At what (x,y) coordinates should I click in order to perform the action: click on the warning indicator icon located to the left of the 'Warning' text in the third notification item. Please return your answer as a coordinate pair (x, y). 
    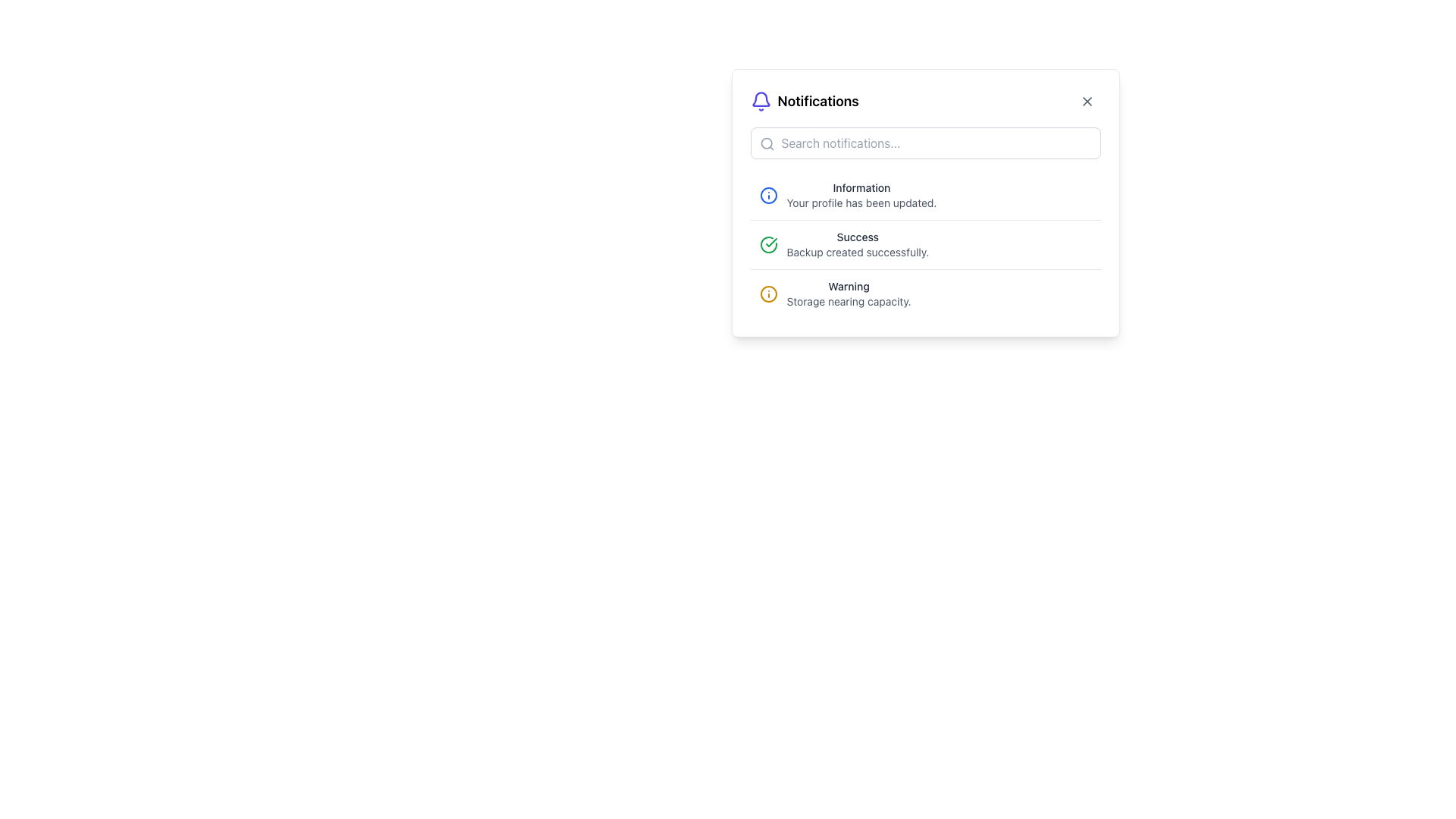
    Looking at the image, I should click on (768, 294).